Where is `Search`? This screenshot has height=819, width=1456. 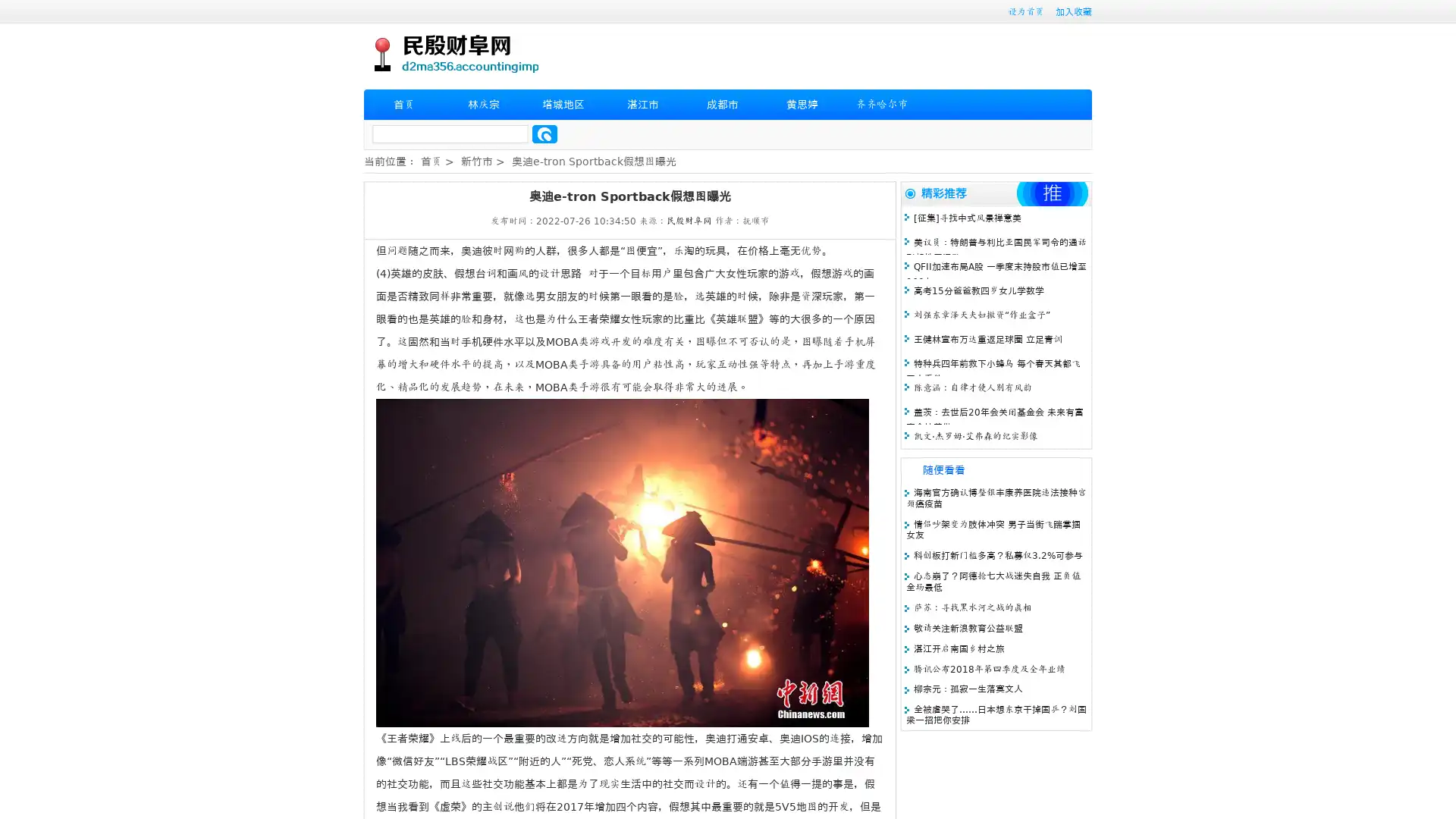
Search is located at coordinates (544, 133).